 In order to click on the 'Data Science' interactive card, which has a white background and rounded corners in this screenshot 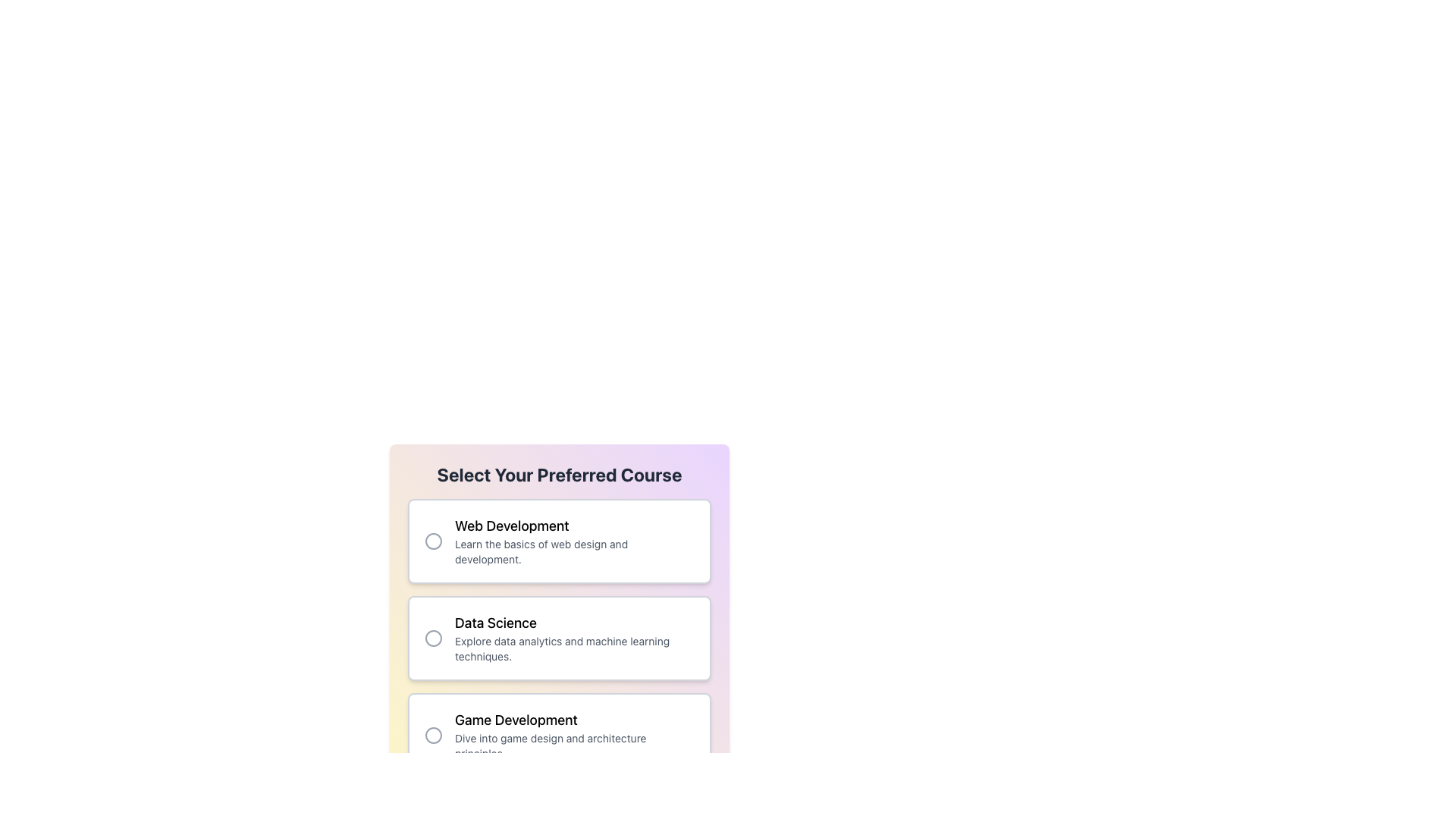, I will do `click(559, 638)`.